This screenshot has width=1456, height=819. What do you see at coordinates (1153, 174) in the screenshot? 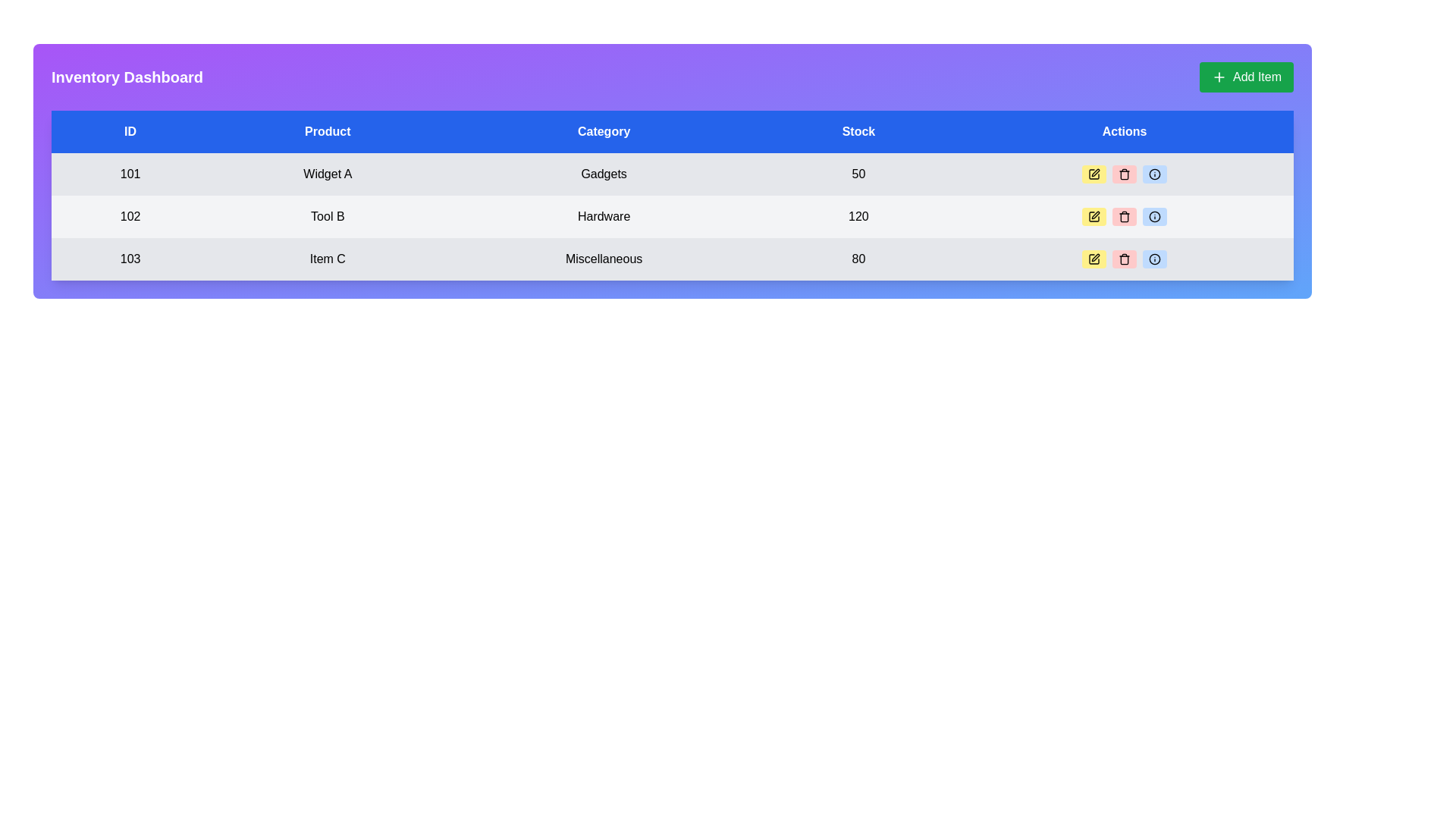
I see `the icon button in the 'Actions' column of the third row for item ID 103 to retrieve more information` at bounding box center [1153, 174].